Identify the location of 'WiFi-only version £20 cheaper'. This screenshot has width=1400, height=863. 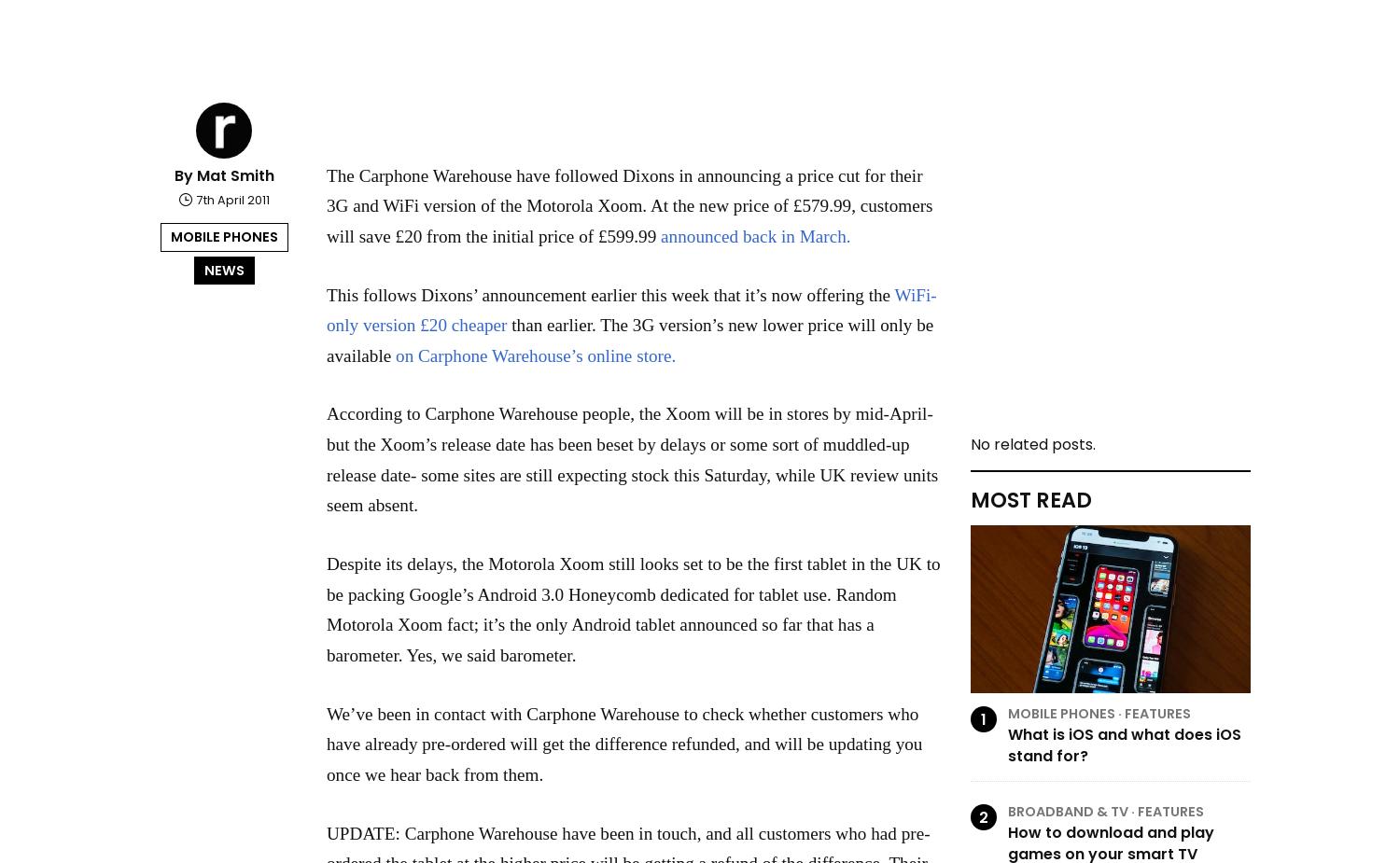
(631, 308).